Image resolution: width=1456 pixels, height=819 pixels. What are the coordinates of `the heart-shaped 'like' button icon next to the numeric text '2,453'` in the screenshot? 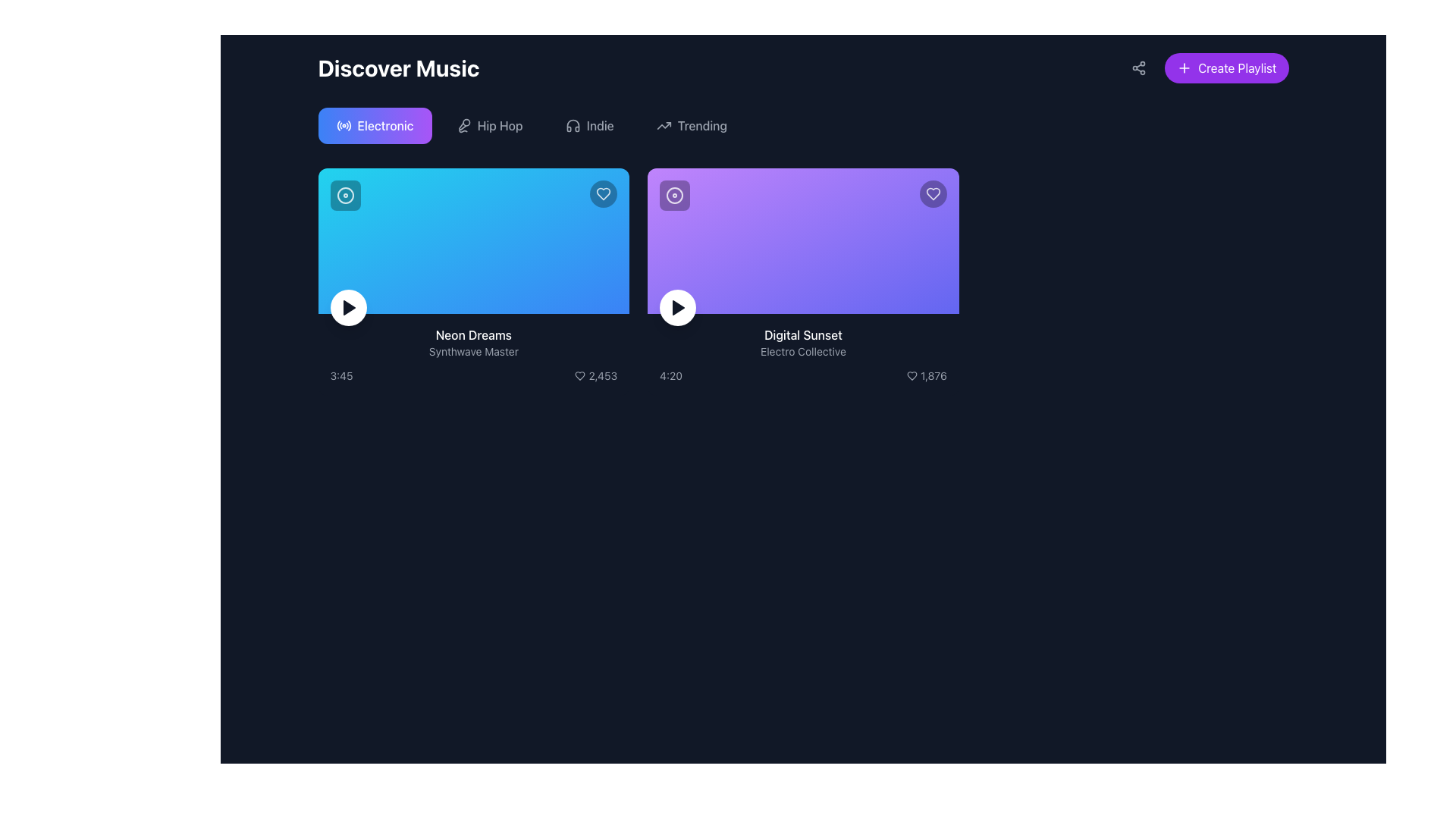 It's located at (579, 375).